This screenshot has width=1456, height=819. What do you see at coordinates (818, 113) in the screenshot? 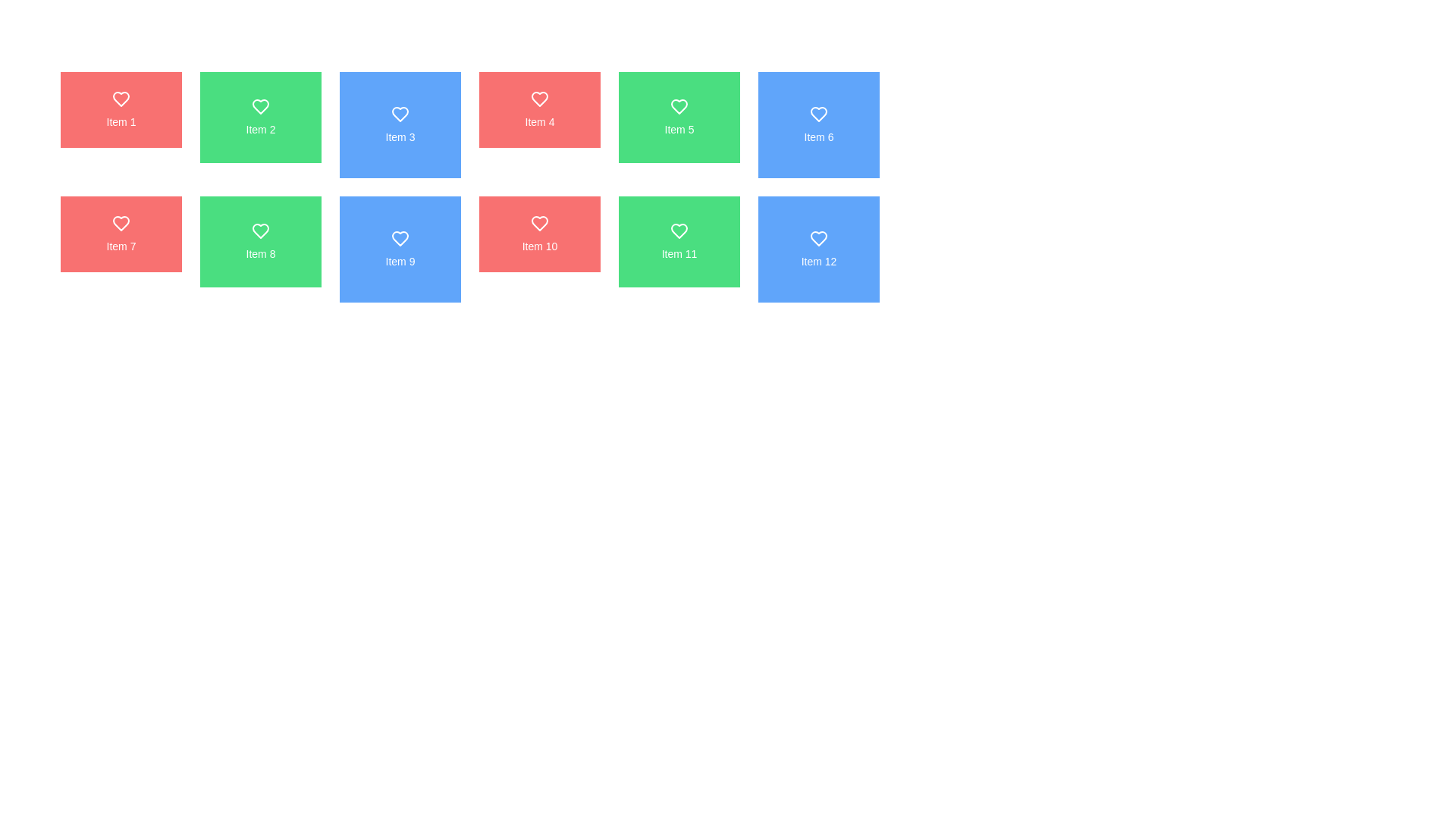
I see `the heart icon located in the third column of the second row inside the blue box labeled 'Item 6'` at bounding box center [818, 113].